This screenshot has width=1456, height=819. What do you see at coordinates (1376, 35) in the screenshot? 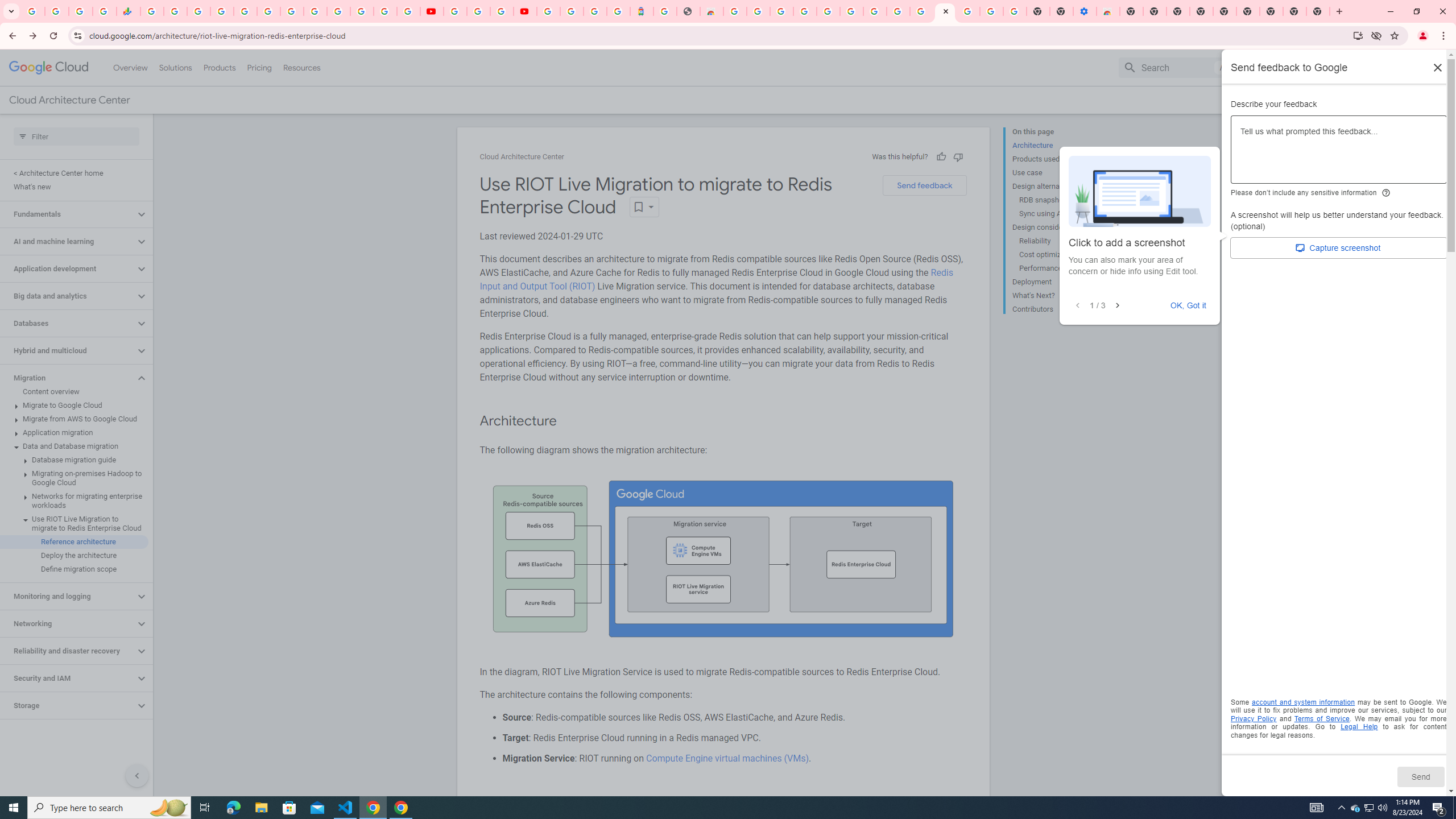
I see `'Third-party cookies blocked'` at bounding box center [1376, 35].